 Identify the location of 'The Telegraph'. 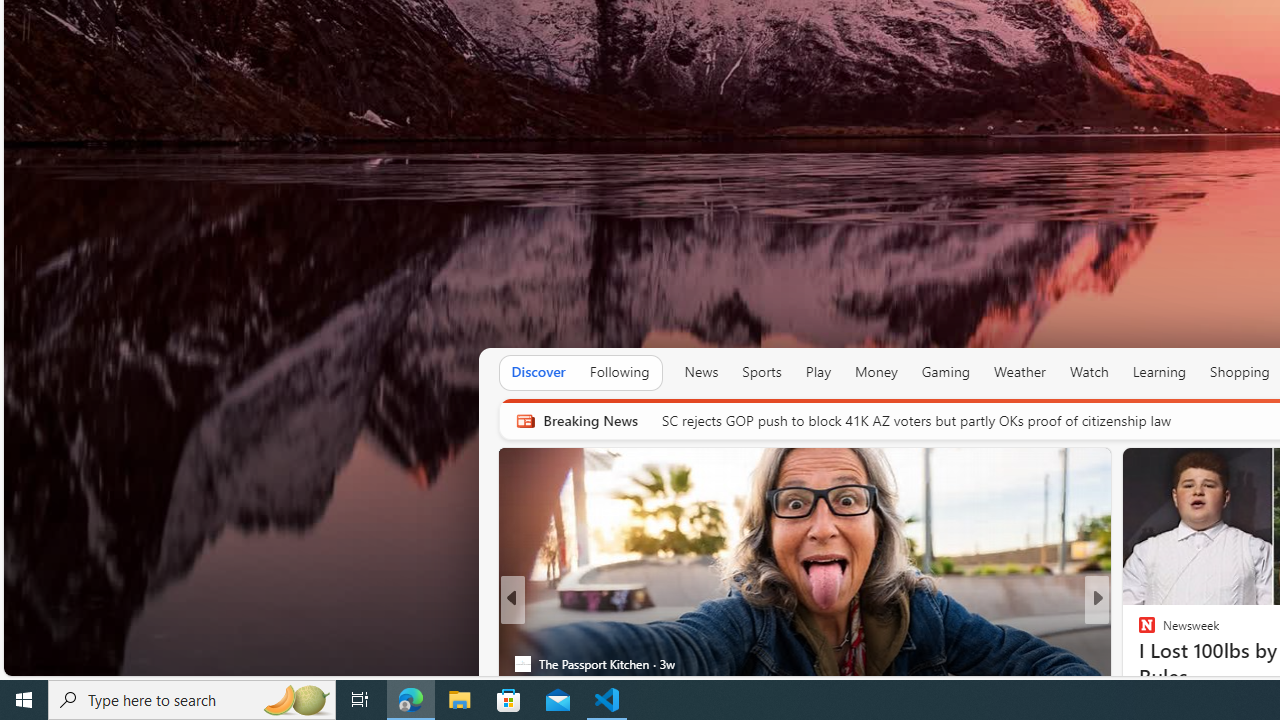
(1138, 663).